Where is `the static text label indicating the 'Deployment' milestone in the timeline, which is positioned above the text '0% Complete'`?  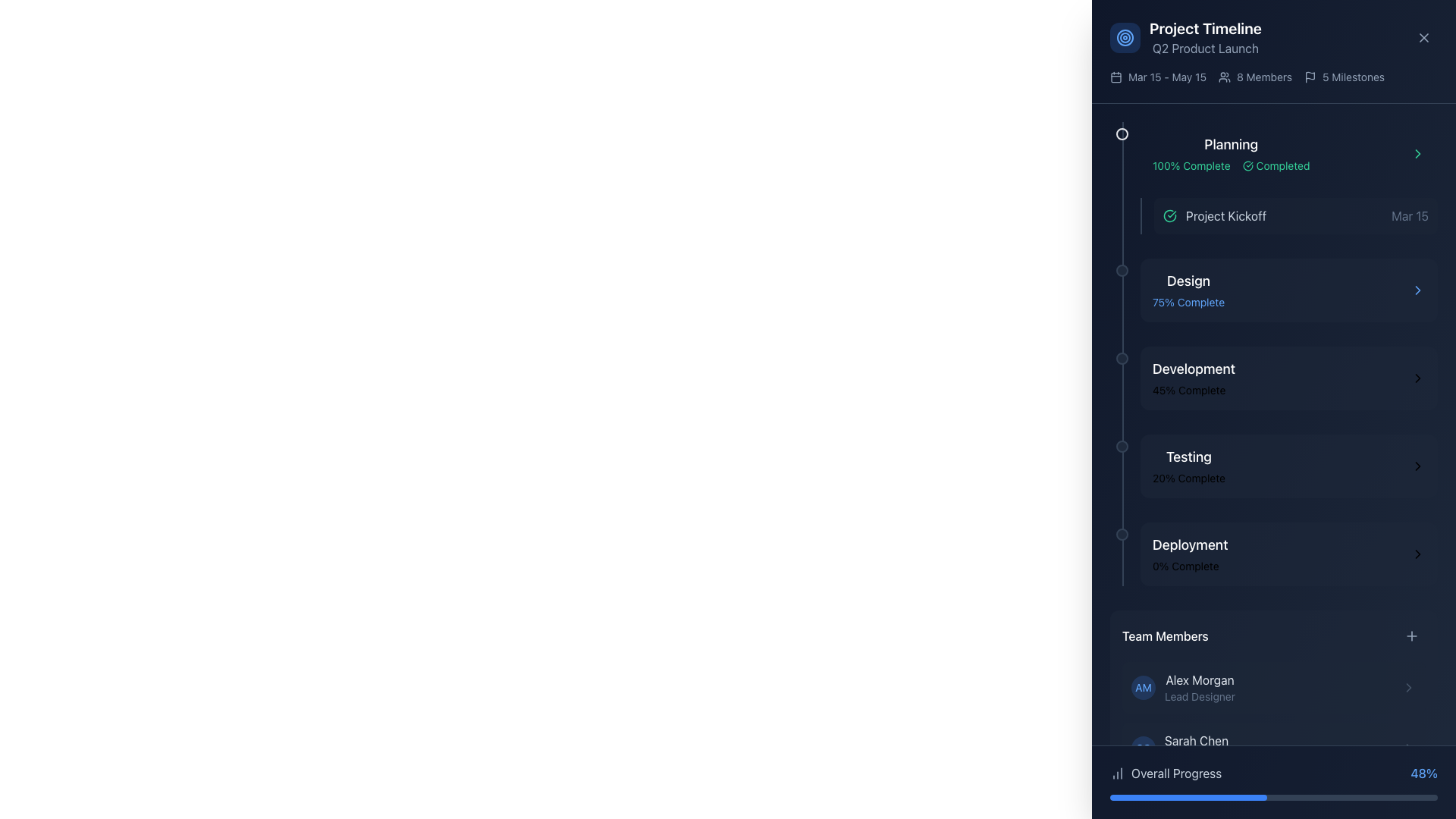 the static text label indicating the 'Deployment' milestone in the timeline, which is positioned above the text '0% Complete' is located at coordinates (1189, 544).